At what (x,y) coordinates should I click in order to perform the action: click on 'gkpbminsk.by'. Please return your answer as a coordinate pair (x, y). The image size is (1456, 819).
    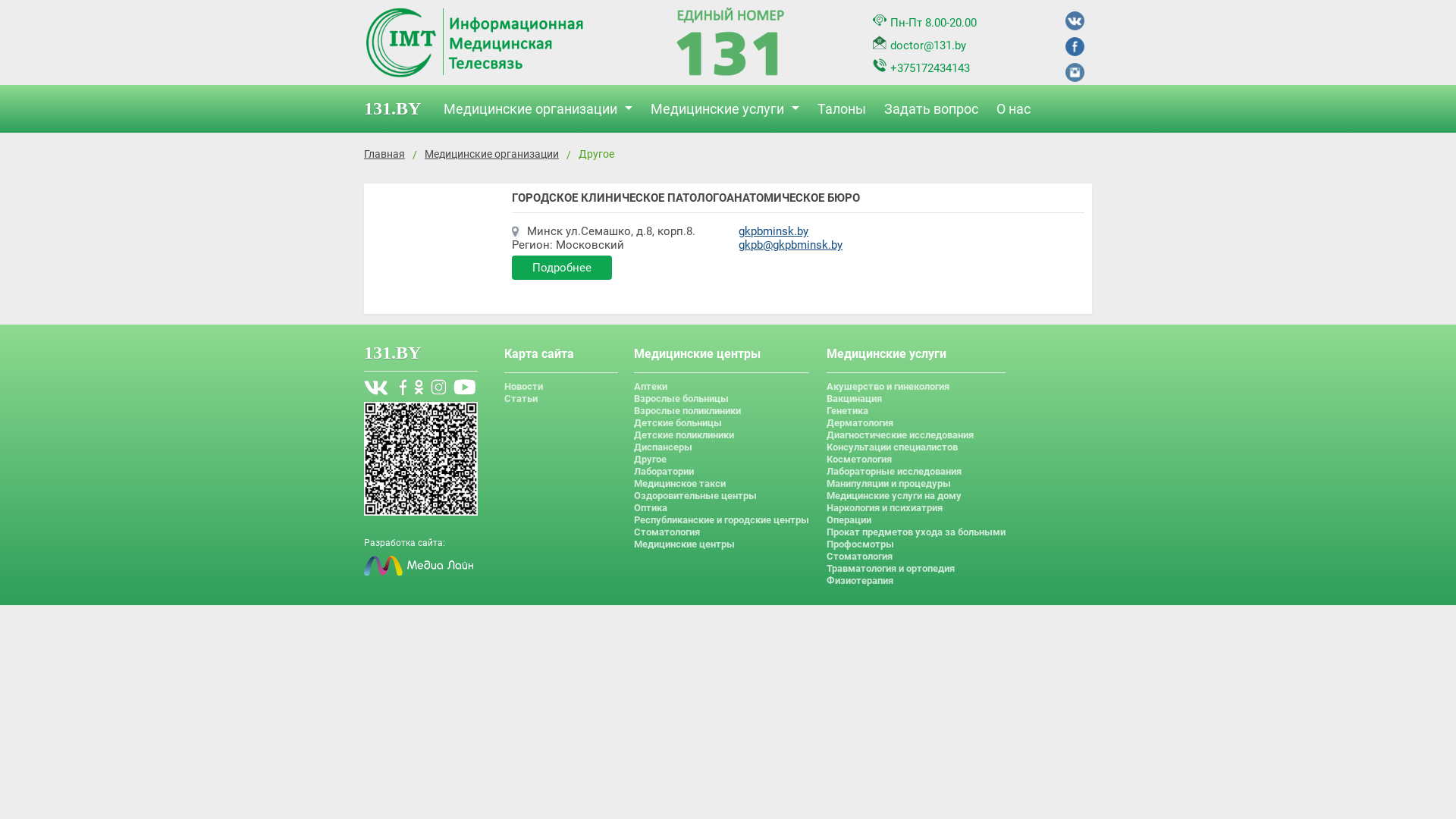
    Looking at the image, I should click on (773, 231).